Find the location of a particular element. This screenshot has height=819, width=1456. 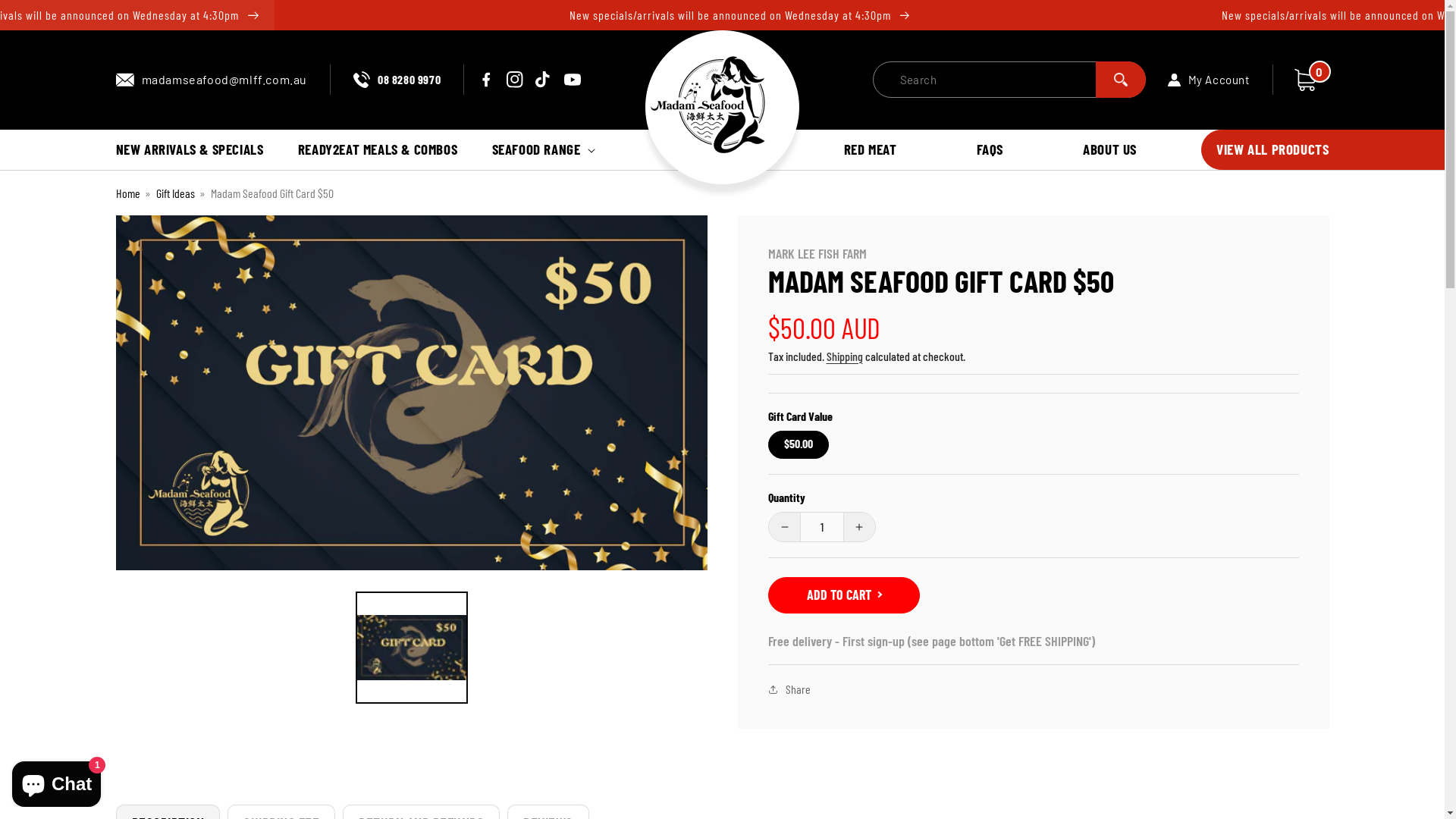

'Cart is located at coordinates (1303, 79).